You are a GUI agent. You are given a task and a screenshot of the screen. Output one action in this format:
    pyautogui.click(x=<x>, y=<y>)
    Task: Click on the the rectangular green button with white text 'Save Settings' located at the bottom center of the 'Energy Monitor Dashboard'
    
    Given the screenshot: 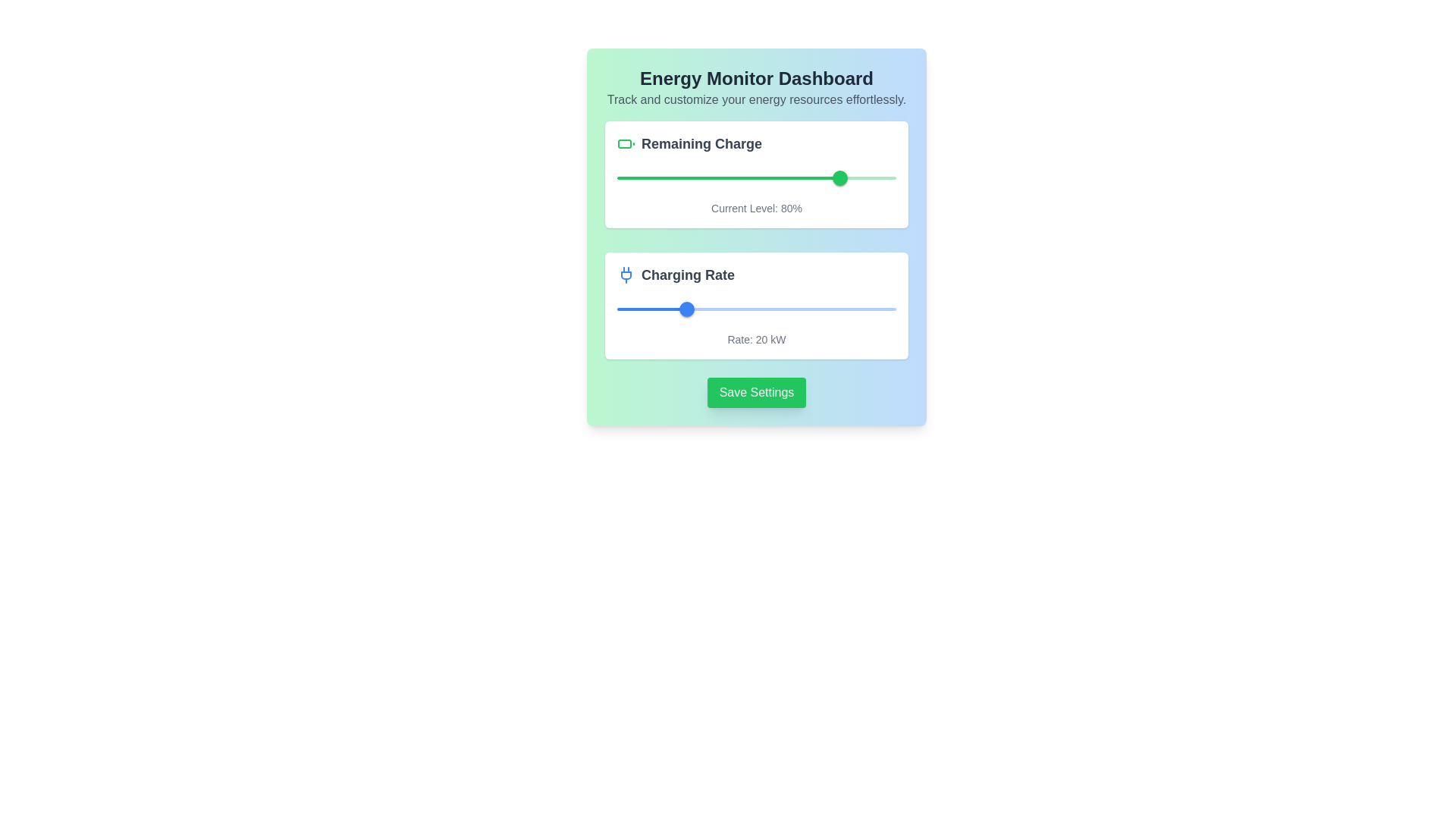 What is the action you would take?
    pyautogui.click(x=757, y=391)
    